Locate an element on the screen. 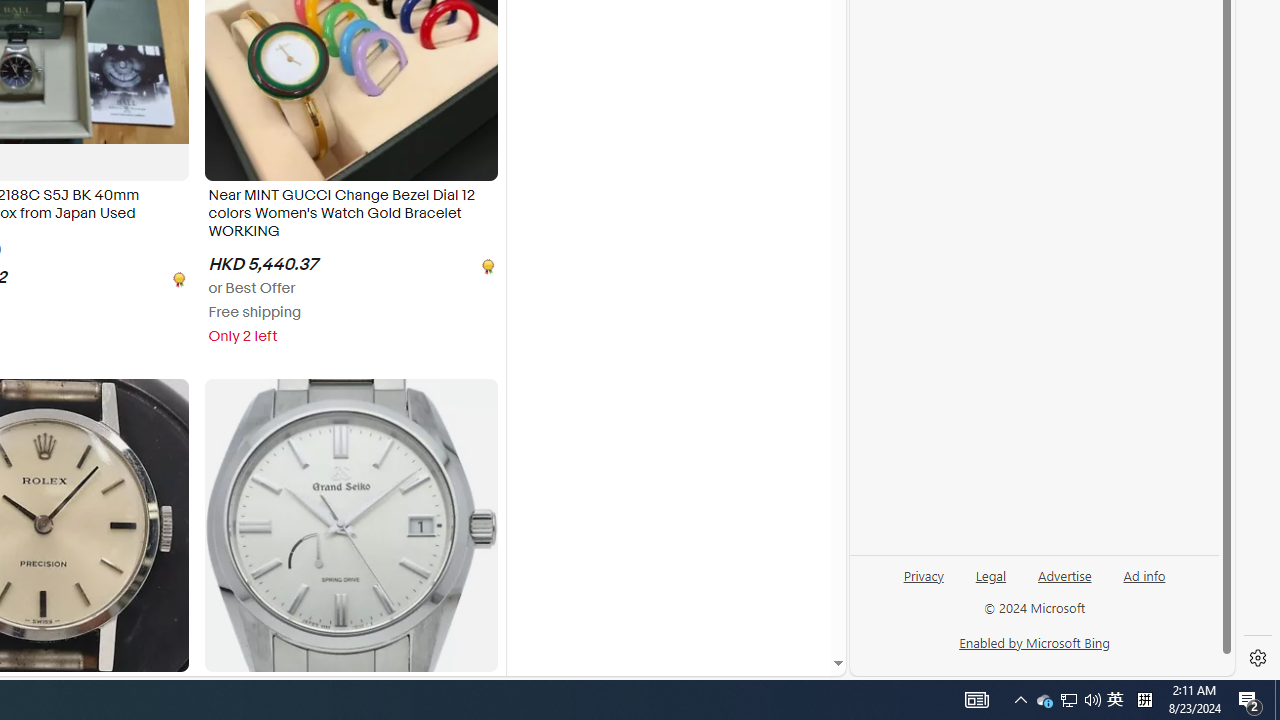 This screenshot has width=1280, height=720. 'Advertise' is located at coordinates (1063, 583).